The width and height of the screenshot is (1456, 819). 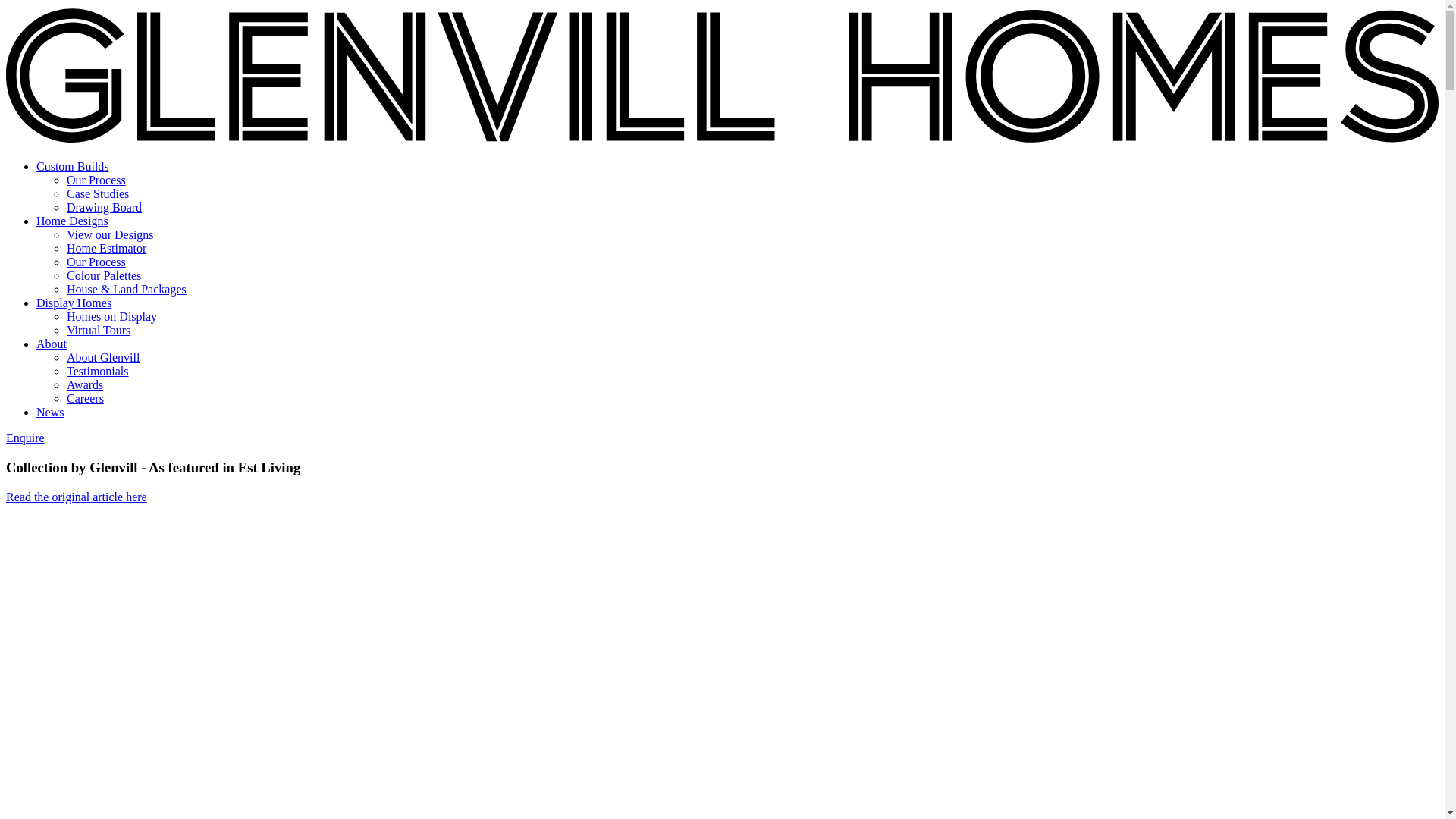 What do you see at coordinates (65, 289) in the screenshot?
I see `'House & Land Packages'` at bounding box center [65, 289].